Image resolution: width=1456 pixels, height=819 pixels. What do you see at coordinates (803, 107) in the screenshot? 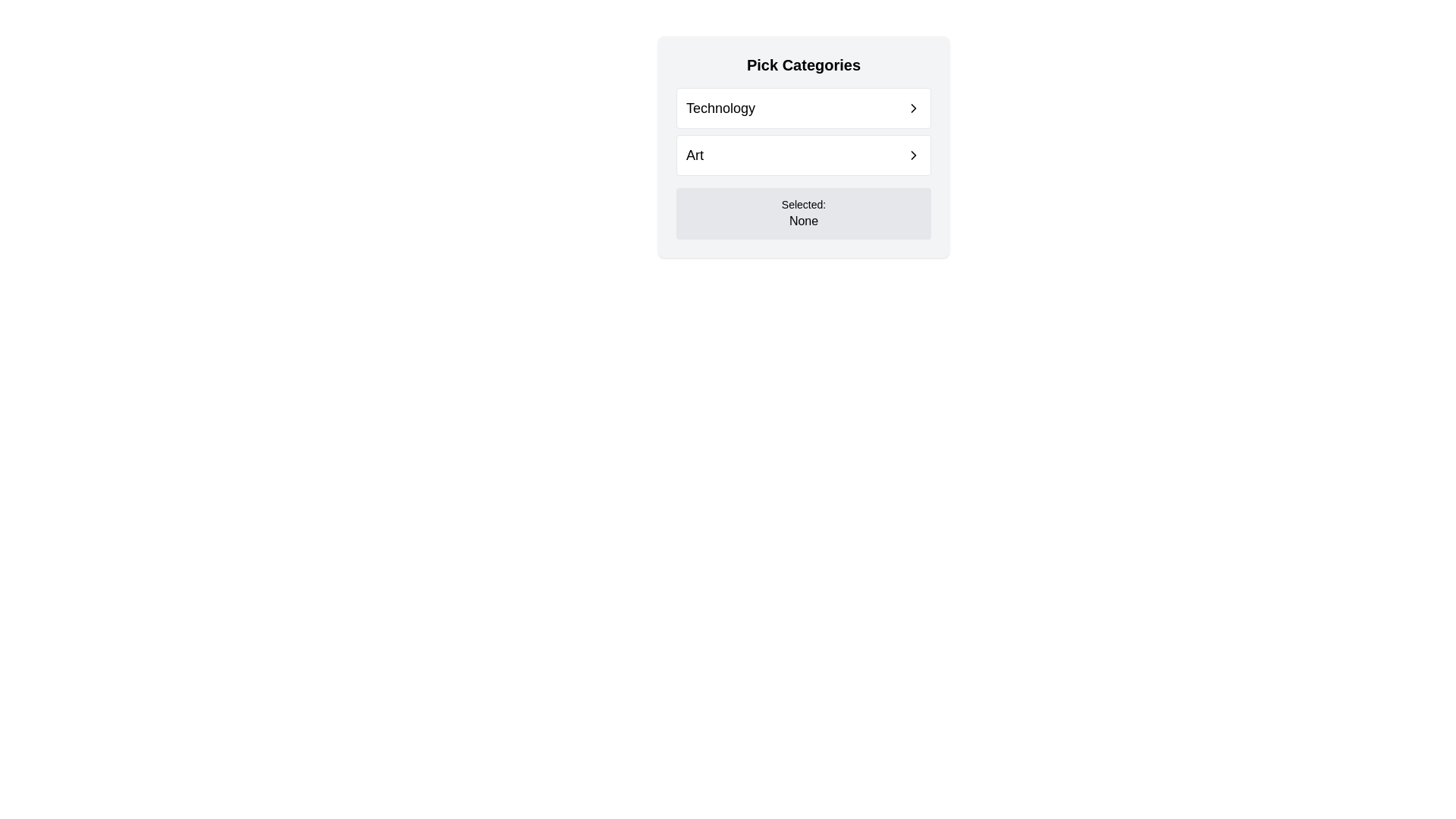
I see `the first selectable list item labeled under 'Pick Categories'` at bounding box center [803, 107].